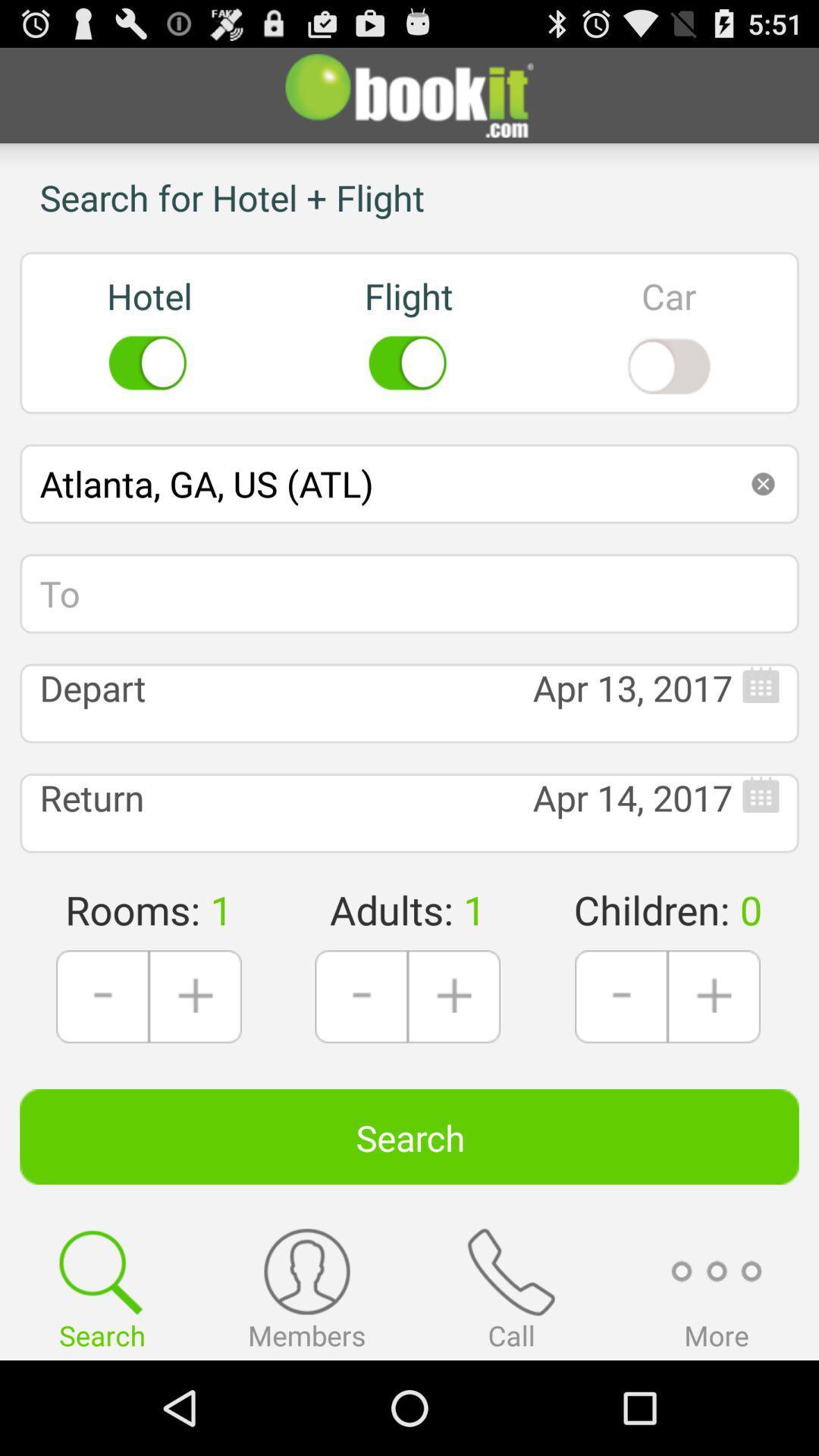 This screenshot has width=819, height=1456. What do you see at coordinates (409, 592) in the screenshot?
I see `the icon above depart icon` at bounding box center [409, 592].